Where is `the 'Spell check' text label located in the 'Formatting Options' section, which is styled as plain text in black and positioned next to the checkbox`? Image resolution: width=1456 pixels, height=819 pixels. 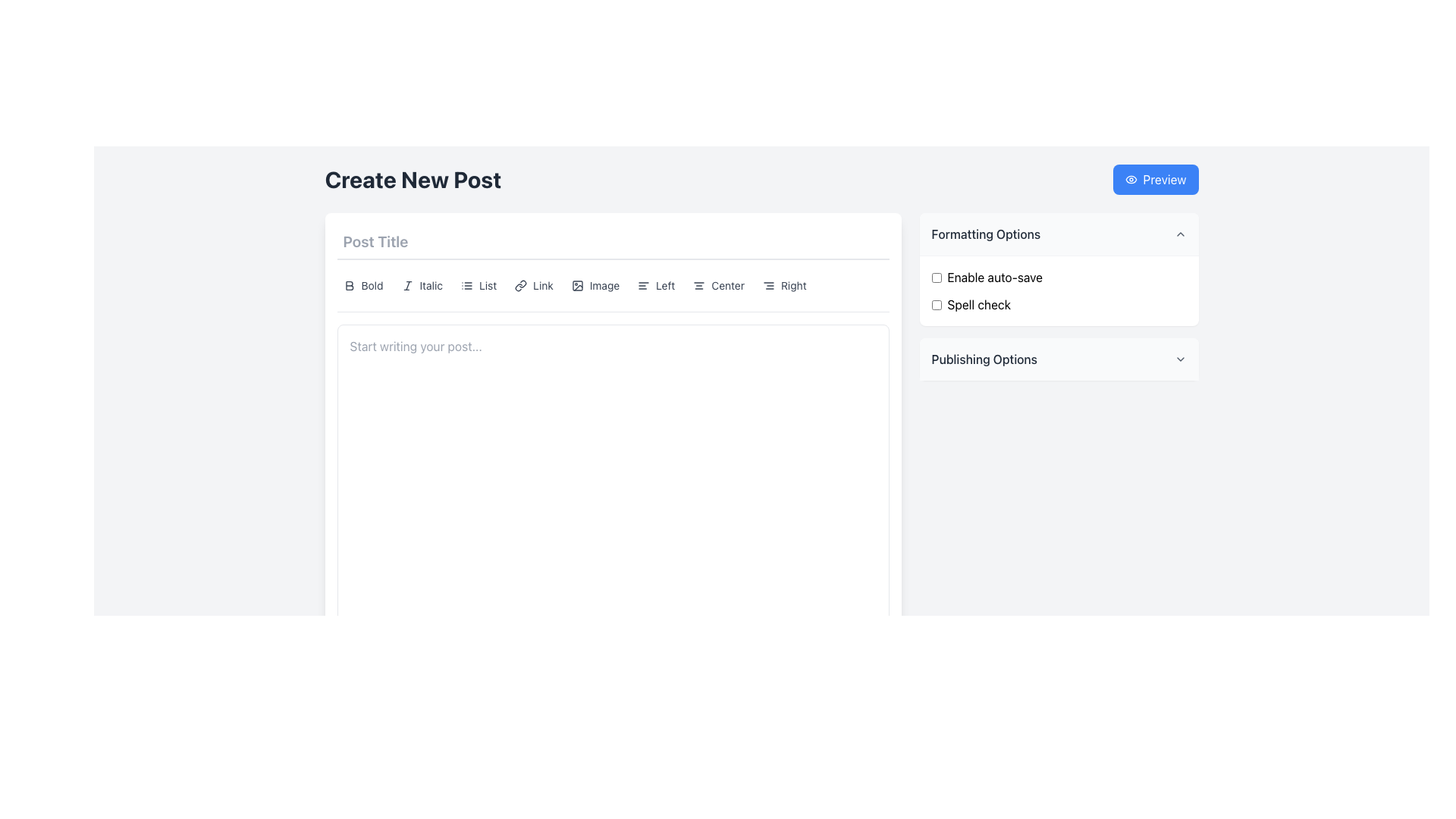
the 'Spell check' text label located in the 'Formatting Options' section, which is styled as plain text in black and positioned next to the checkbox is located at coordinates (979, 304).